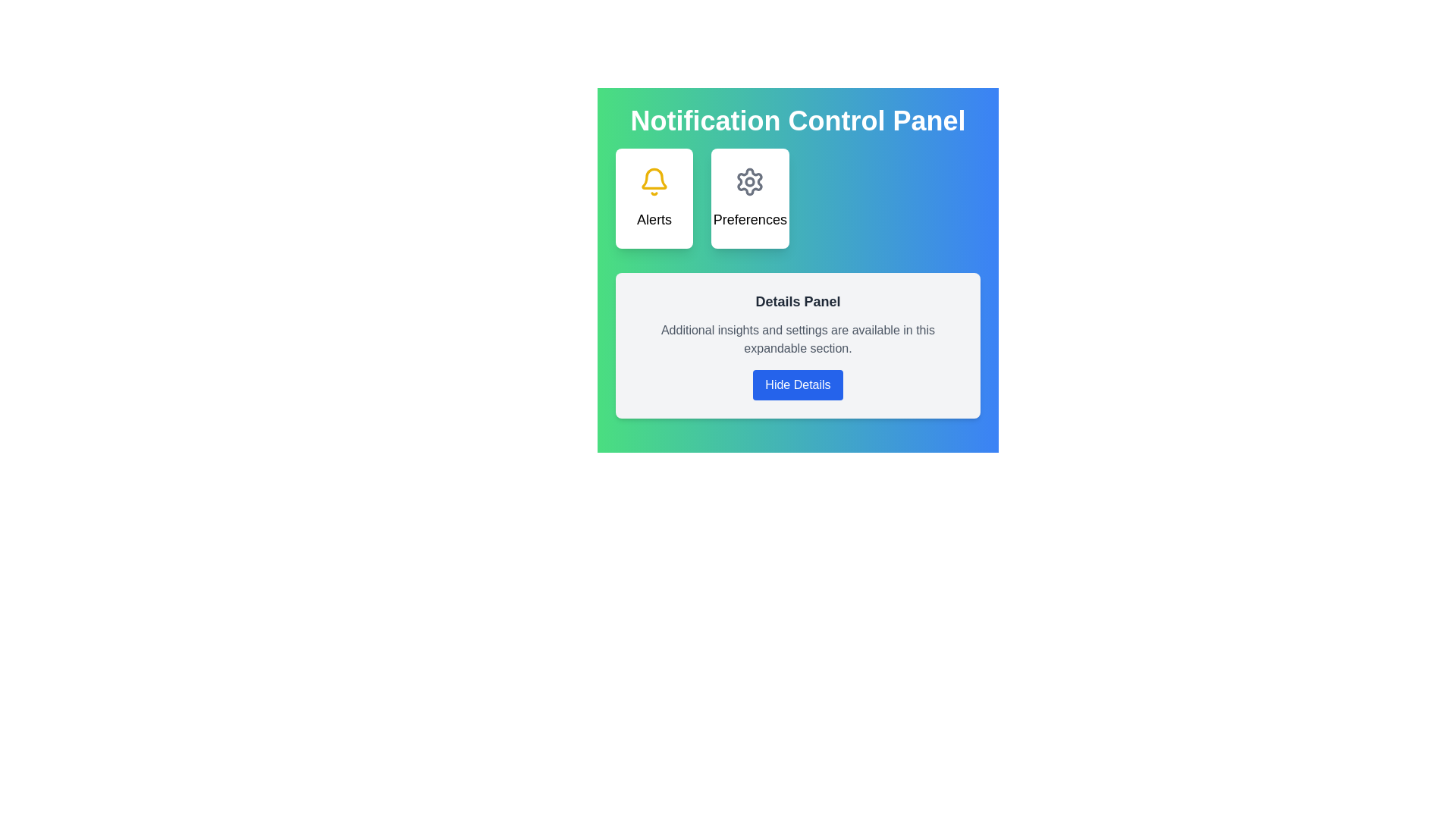 Image resolution: width=1456 pixels, height=819 pixels. What do you see at coordinates (654, 219) in the screenshot?
I see `'Alerts' text label, which is displayed in a medium-sized, bold font below a yellow bell icon, to understand the section's purpose` at bounding box center [654, 219].